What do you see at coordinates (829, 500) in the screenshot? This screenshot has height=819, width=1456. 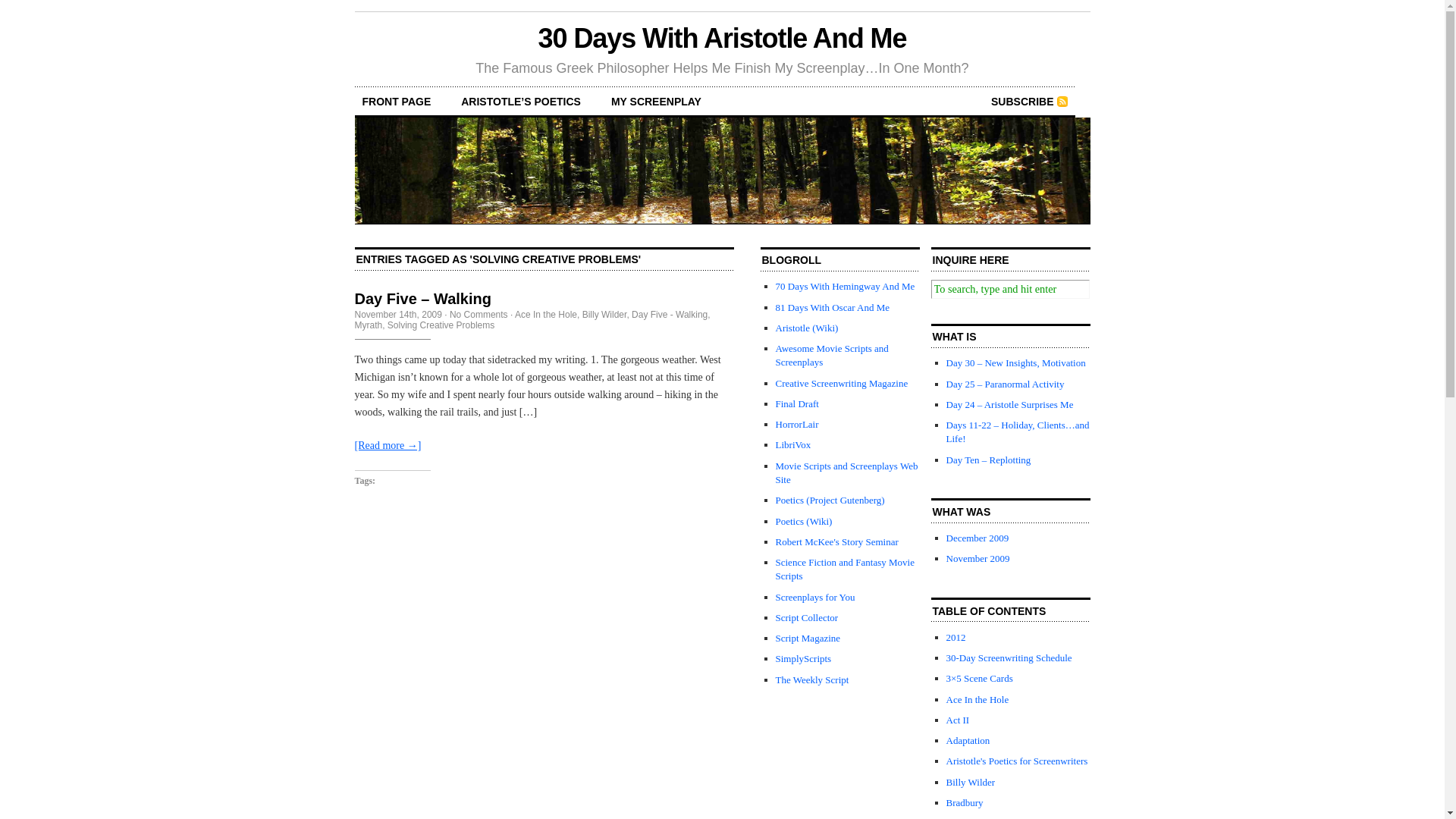 I see `'Poetics (Project Gutenberg)'` at bounding box center [829, 500].